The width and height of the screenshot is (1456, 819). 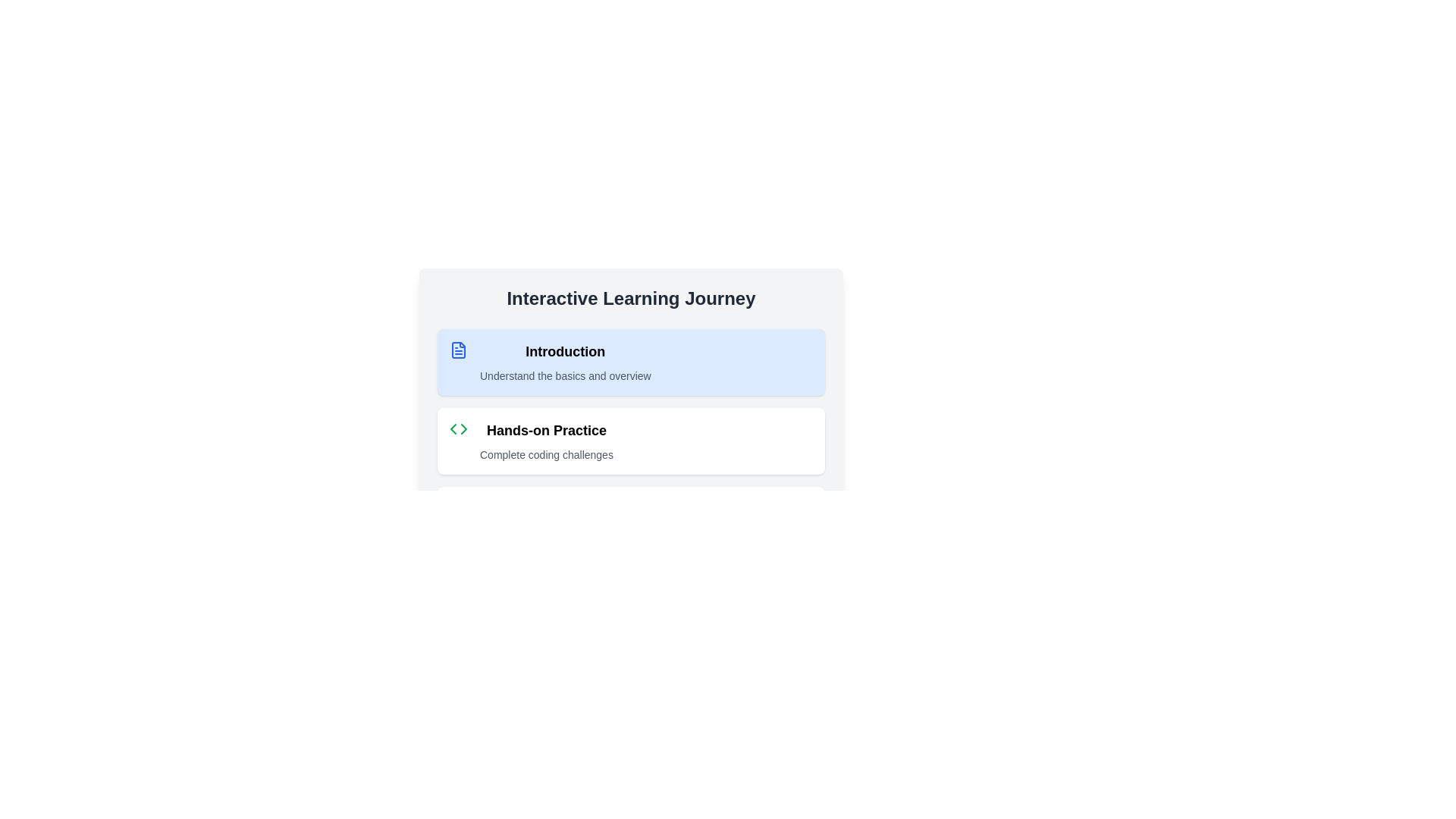 What do you see at coordinates (546, 430) in the screenshot?
I see `text label 'Hands-on Practice' located in the second item of the list under 'Interactive Learning Journey'` at bounding box center [546, 430].